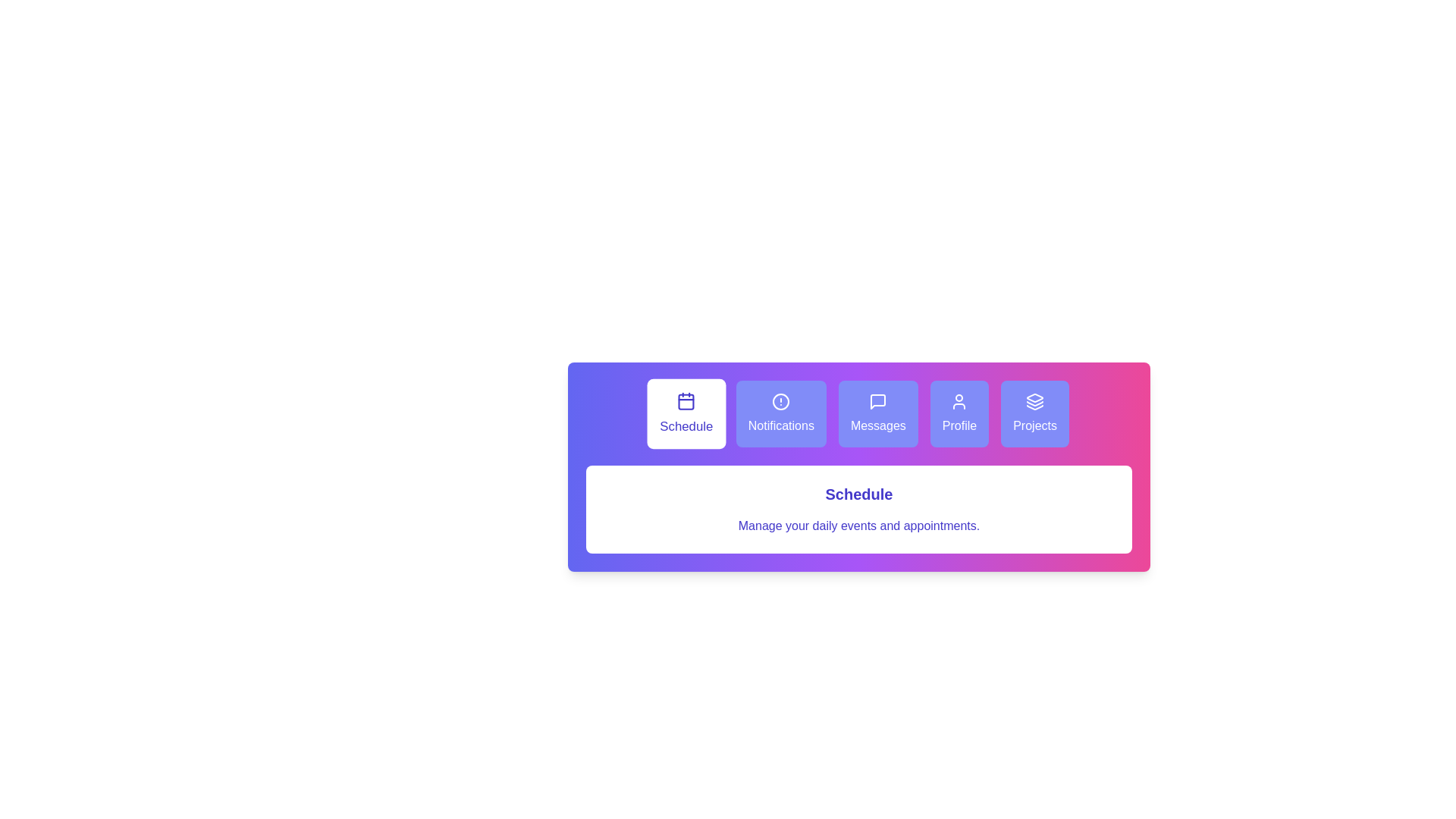 This screenshot has width=1456, height=819. I want to click on the tab labeled Projects to view its details, so click(1034, 414).